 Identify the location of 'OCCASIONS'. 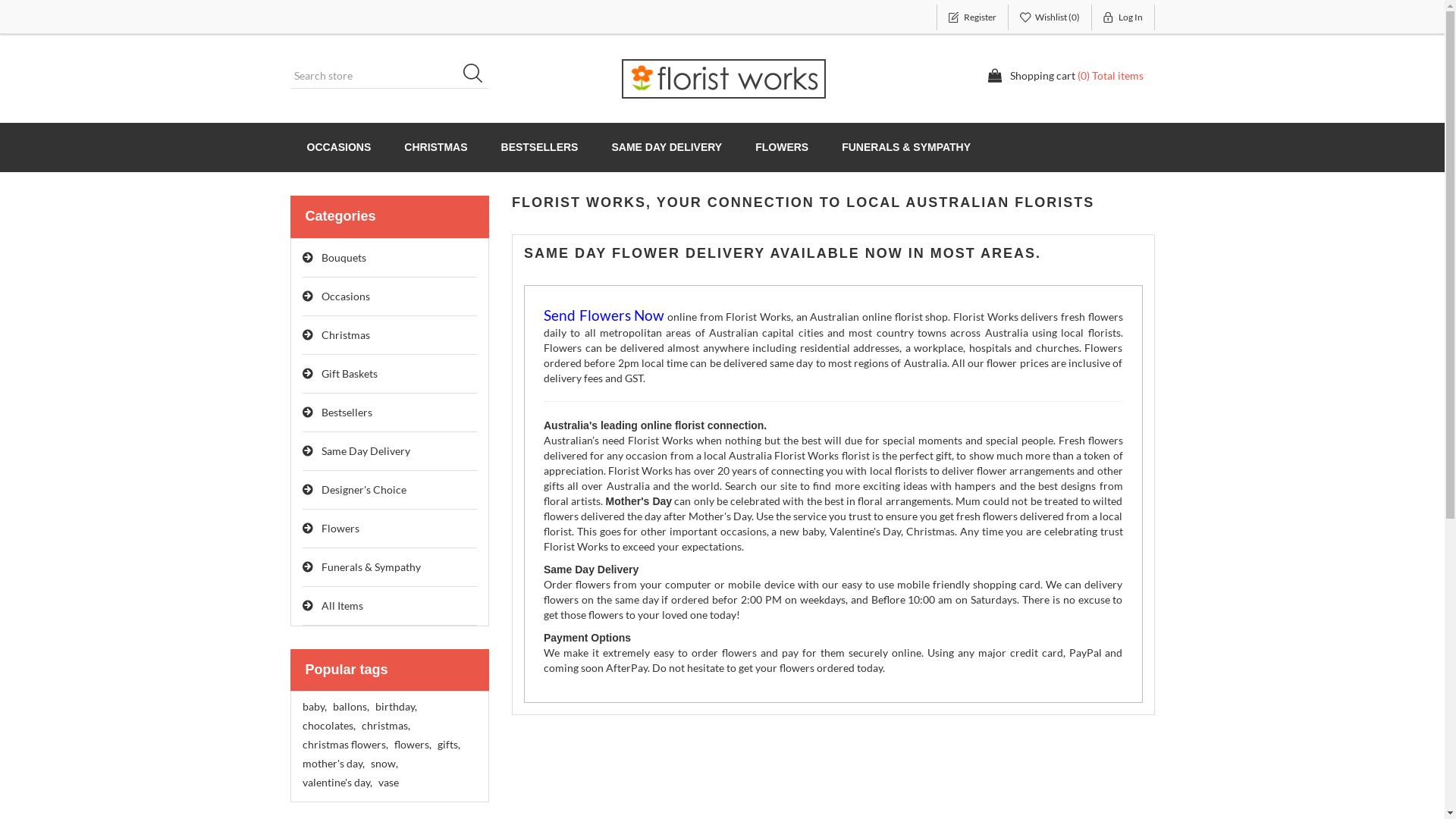
(290, 147).